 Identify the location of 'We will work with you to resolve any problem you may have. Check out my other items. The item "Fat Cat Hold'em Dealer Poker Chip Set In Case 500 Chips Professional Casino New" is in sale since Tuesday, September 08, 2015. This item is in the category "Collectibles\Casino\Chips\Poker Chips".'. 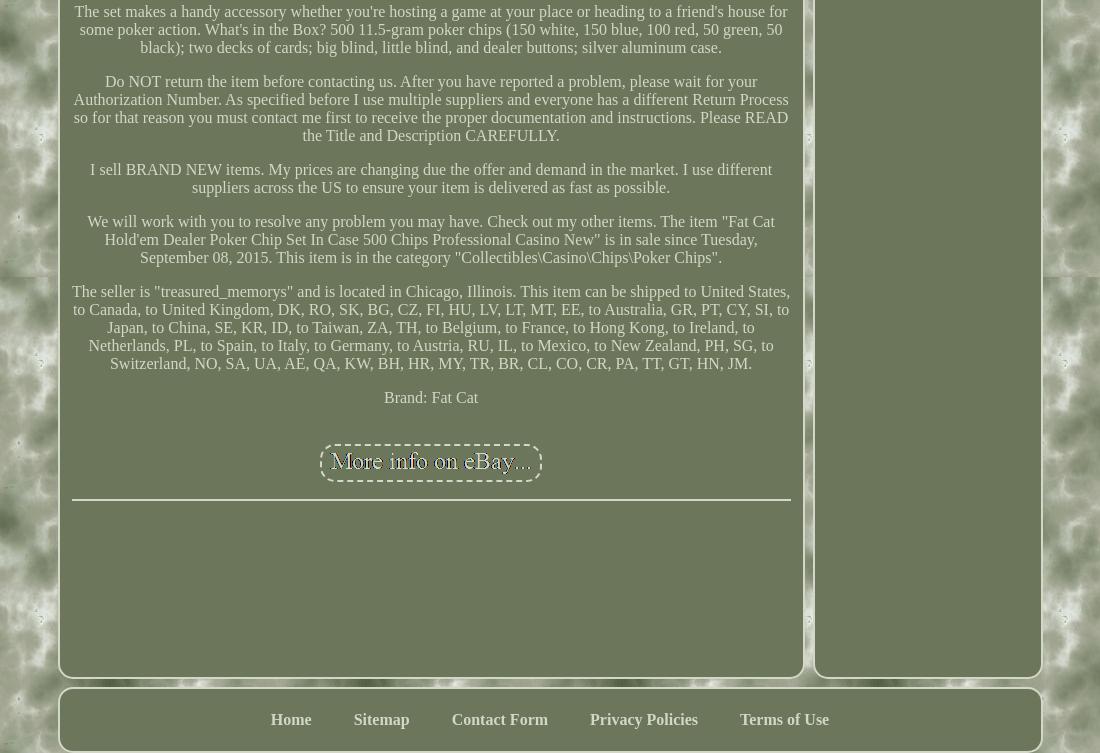
(429, 237).